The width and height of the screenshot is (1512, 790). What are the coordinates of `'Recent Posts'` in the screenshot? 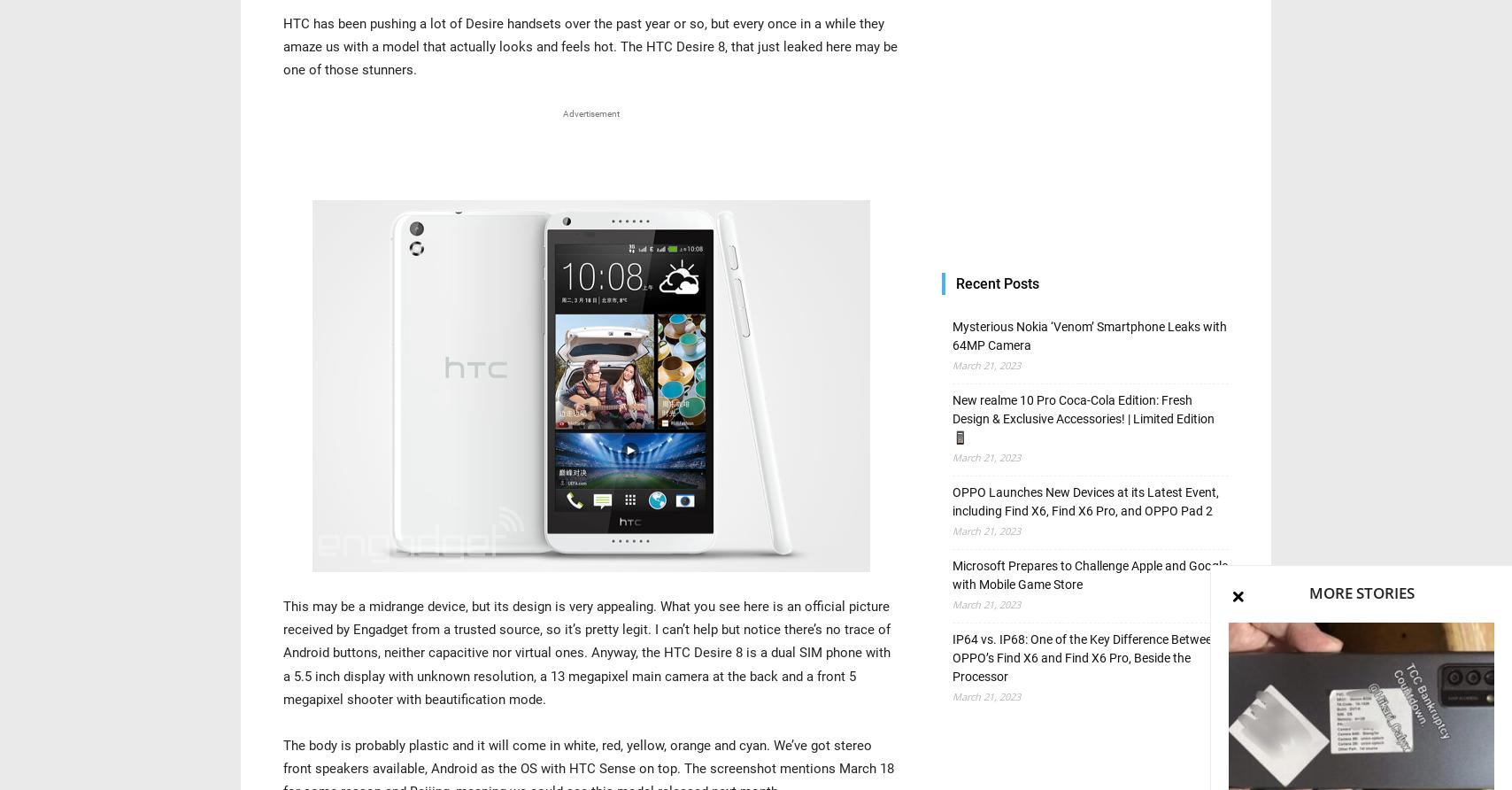 It's located at (997, 283).